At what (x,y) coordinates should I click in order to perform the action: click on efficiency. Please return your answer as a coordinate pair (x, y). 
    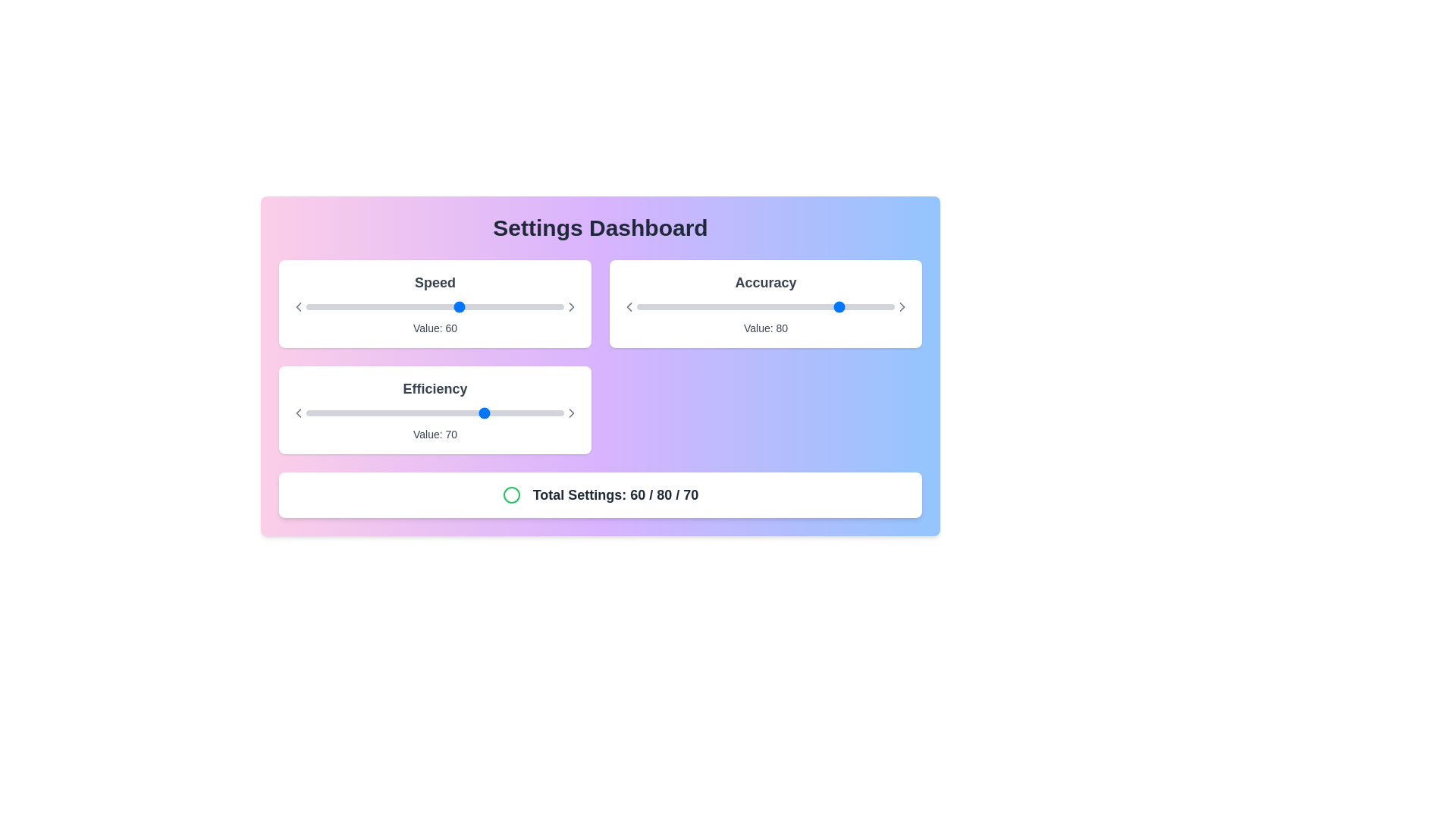
    Looking at the image, I should click on (520, 413).